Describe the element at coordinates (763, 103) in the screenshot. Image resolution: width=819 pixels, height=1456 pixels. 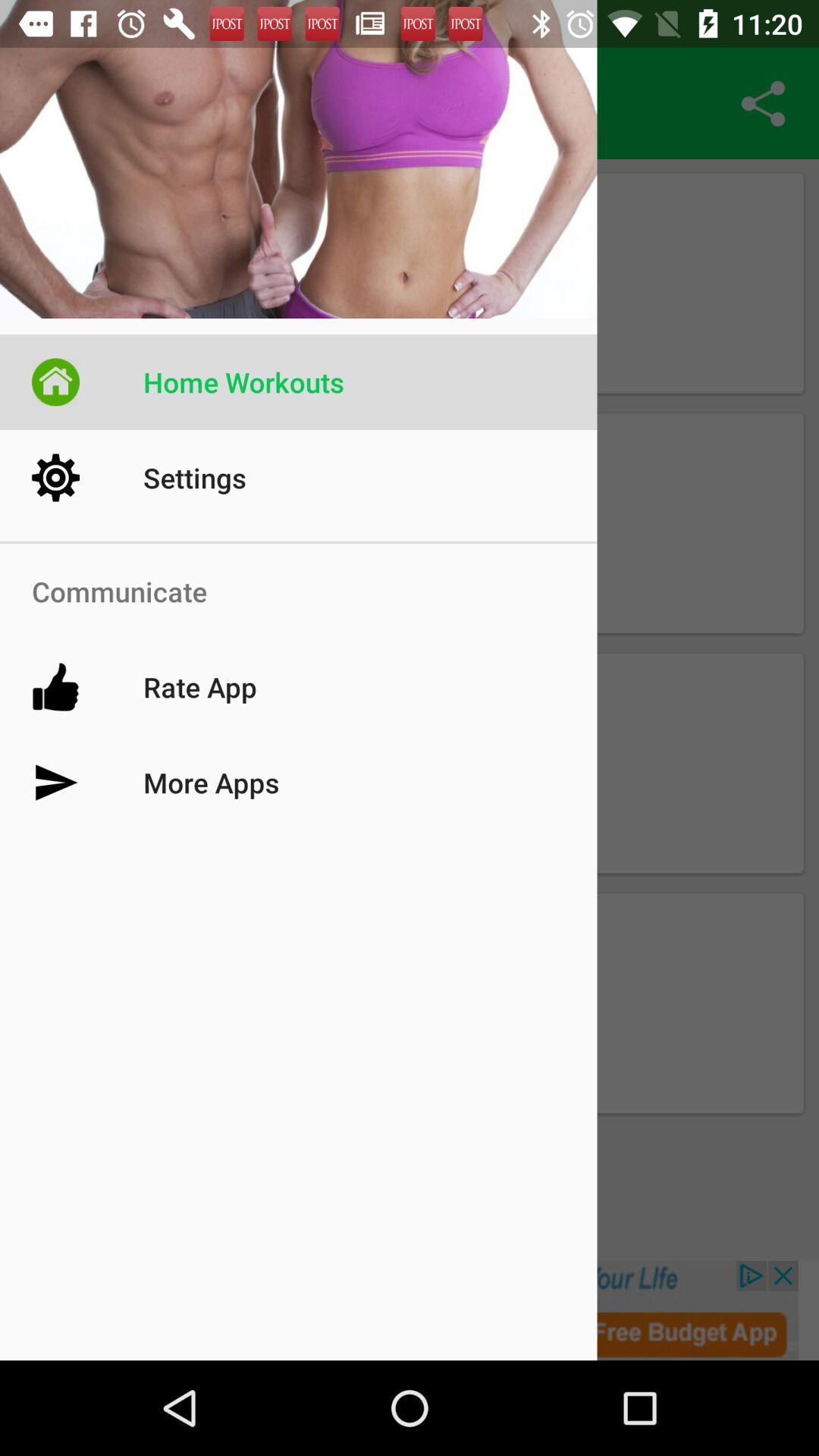
I see `the share option` at that location.